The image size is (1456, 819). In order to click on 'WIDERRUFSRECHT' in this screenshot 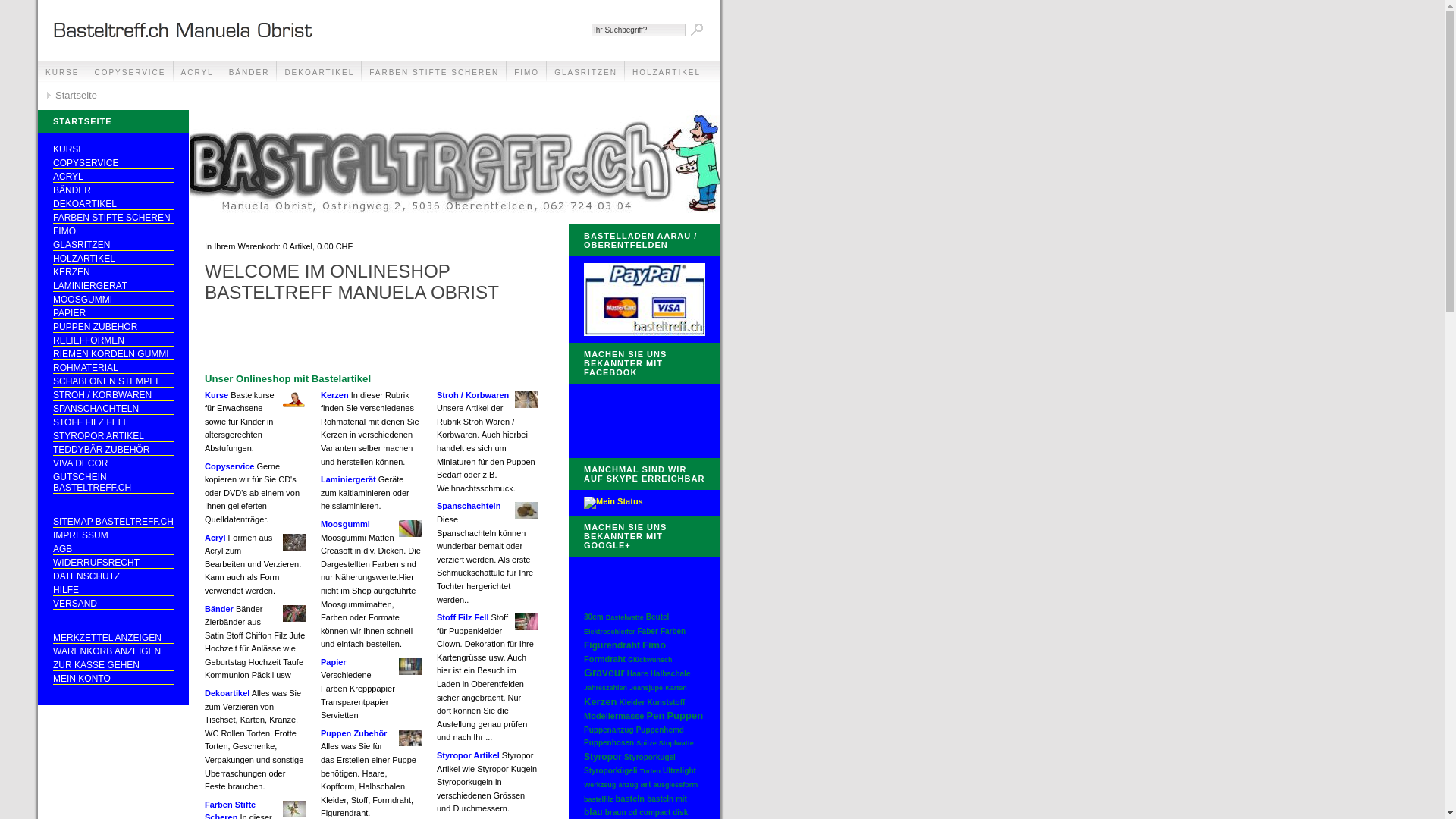, I will do `click(112, 563)`.